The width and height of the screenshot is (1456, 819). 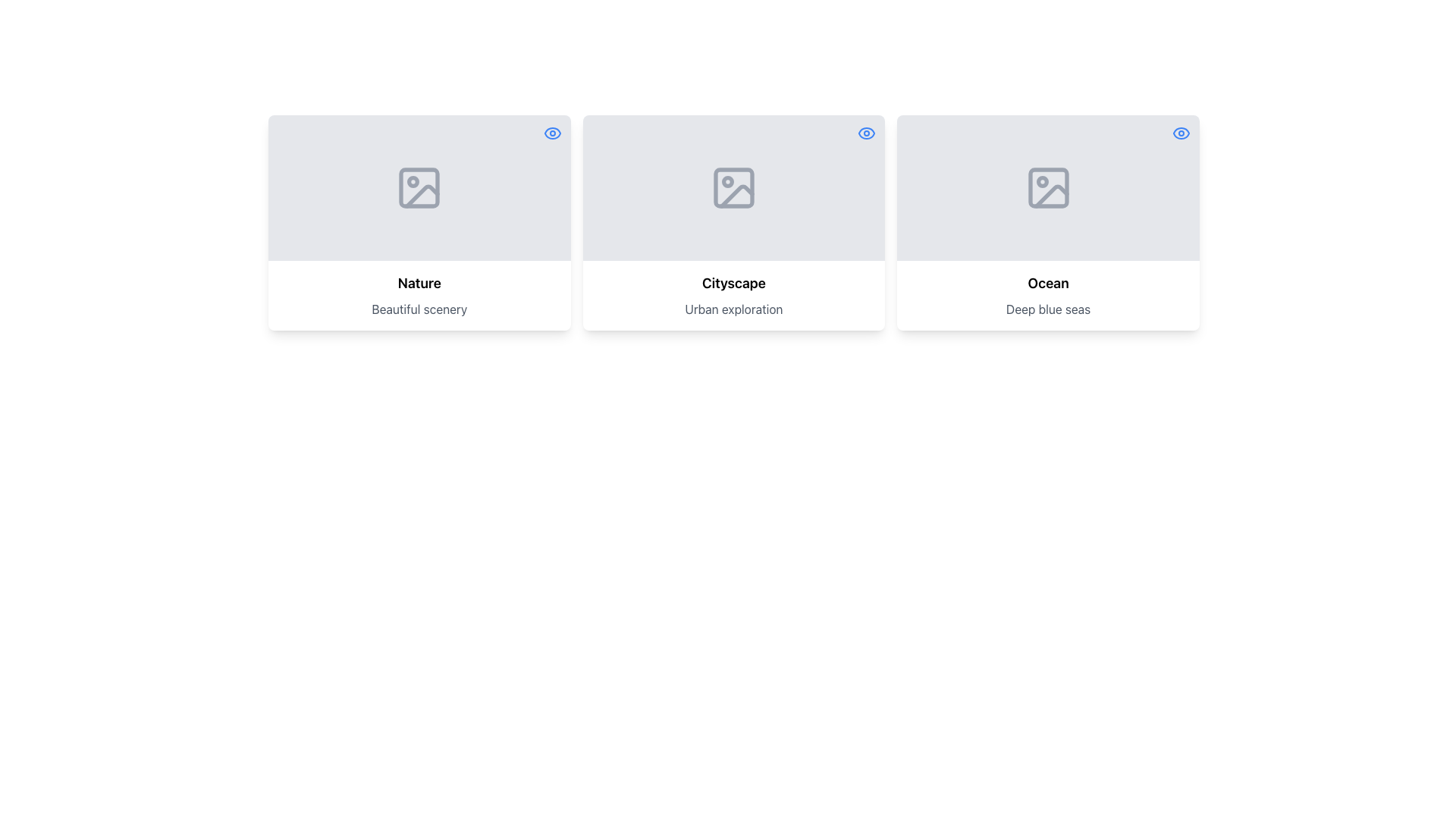 What do you see at coordinates (551, 133) in the screenshot?
I see `the circular blue eye icon in the top-right corner of the 'Nature' card` at bounding box center [551, 133].